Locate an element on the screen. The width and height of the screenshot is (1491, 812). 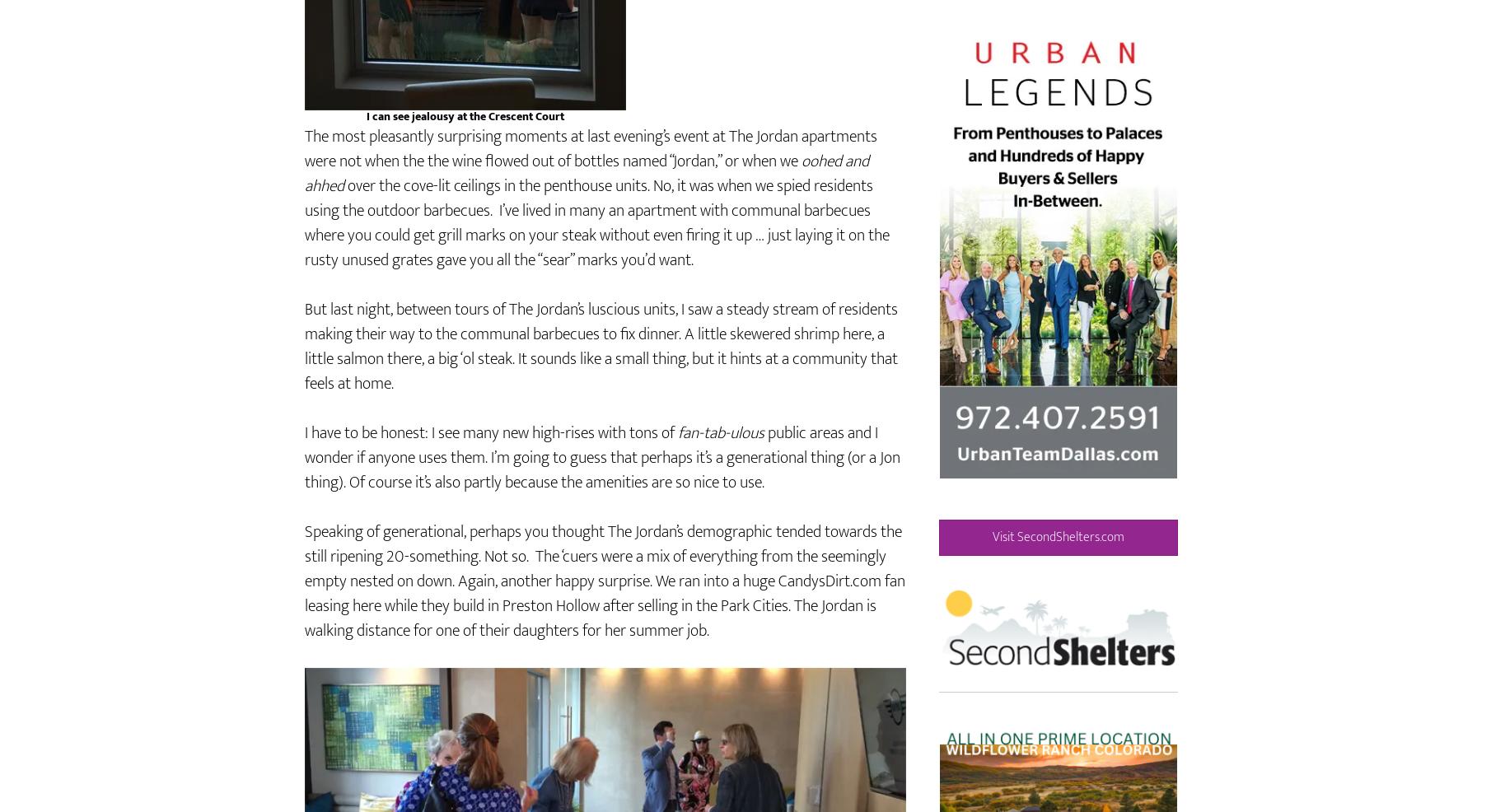
'public areas and I wonder if anyone uses them. I’m going to guess that perhaps it’s a generational thing (or a Jon thing). Of course it’s also partly because the amenities are so nice to use.' is located at coordinates (602, 505).